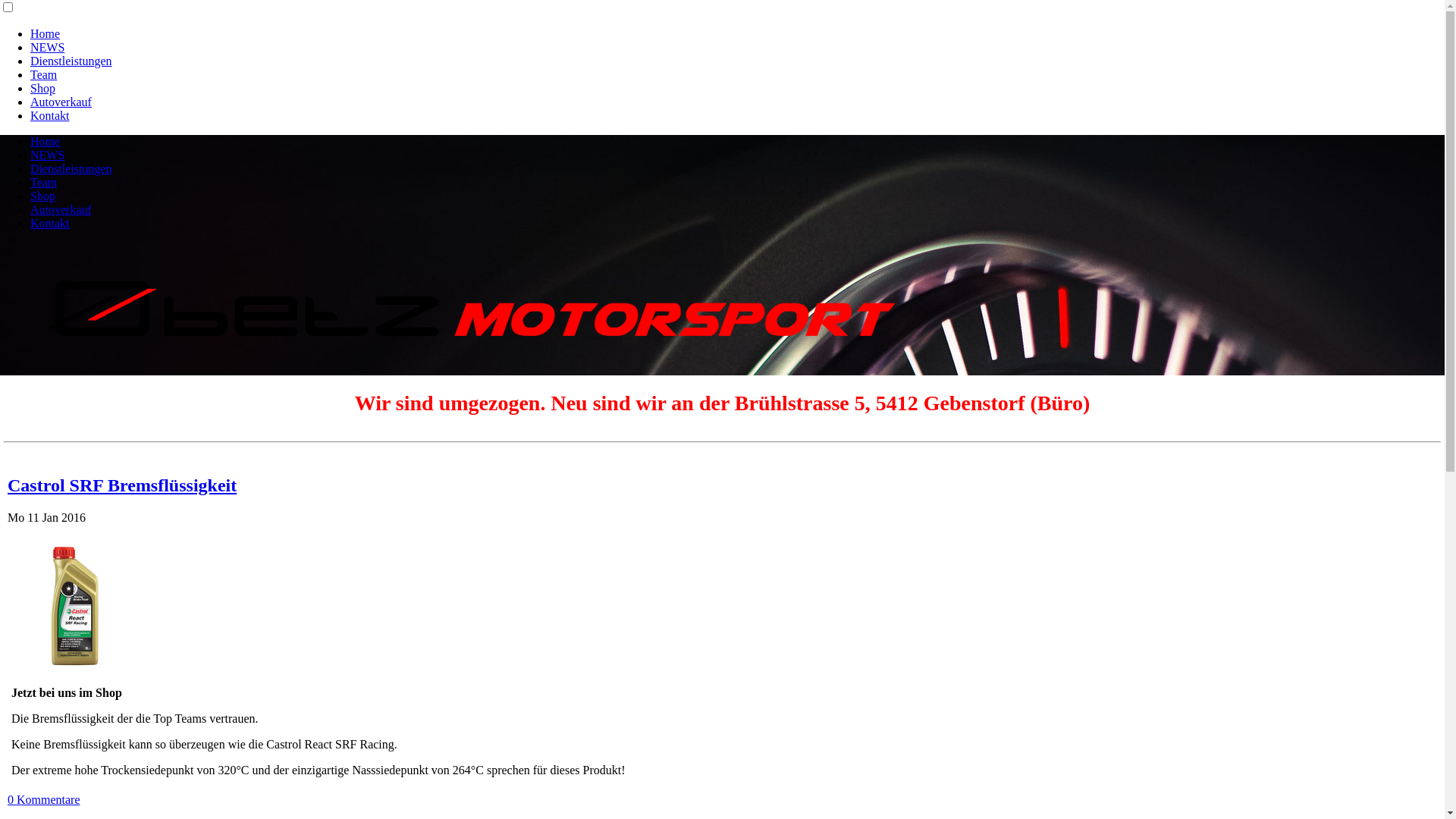  I want to click on 'Home', so click(30, 33).